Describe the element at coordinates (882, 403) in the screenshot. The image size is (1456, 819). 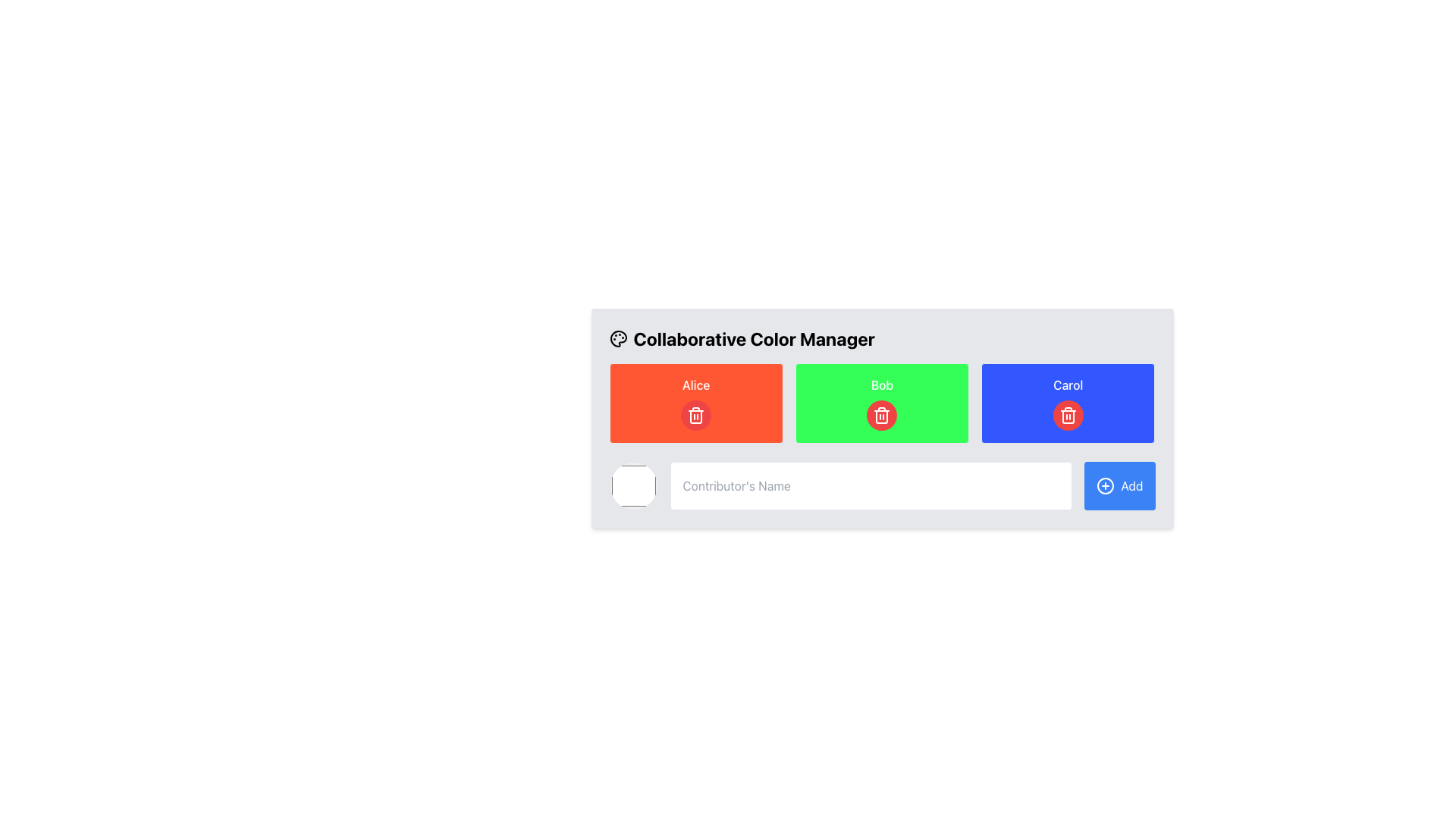
I see `the red delete button within the contributor block for 'Bob'` at that location.